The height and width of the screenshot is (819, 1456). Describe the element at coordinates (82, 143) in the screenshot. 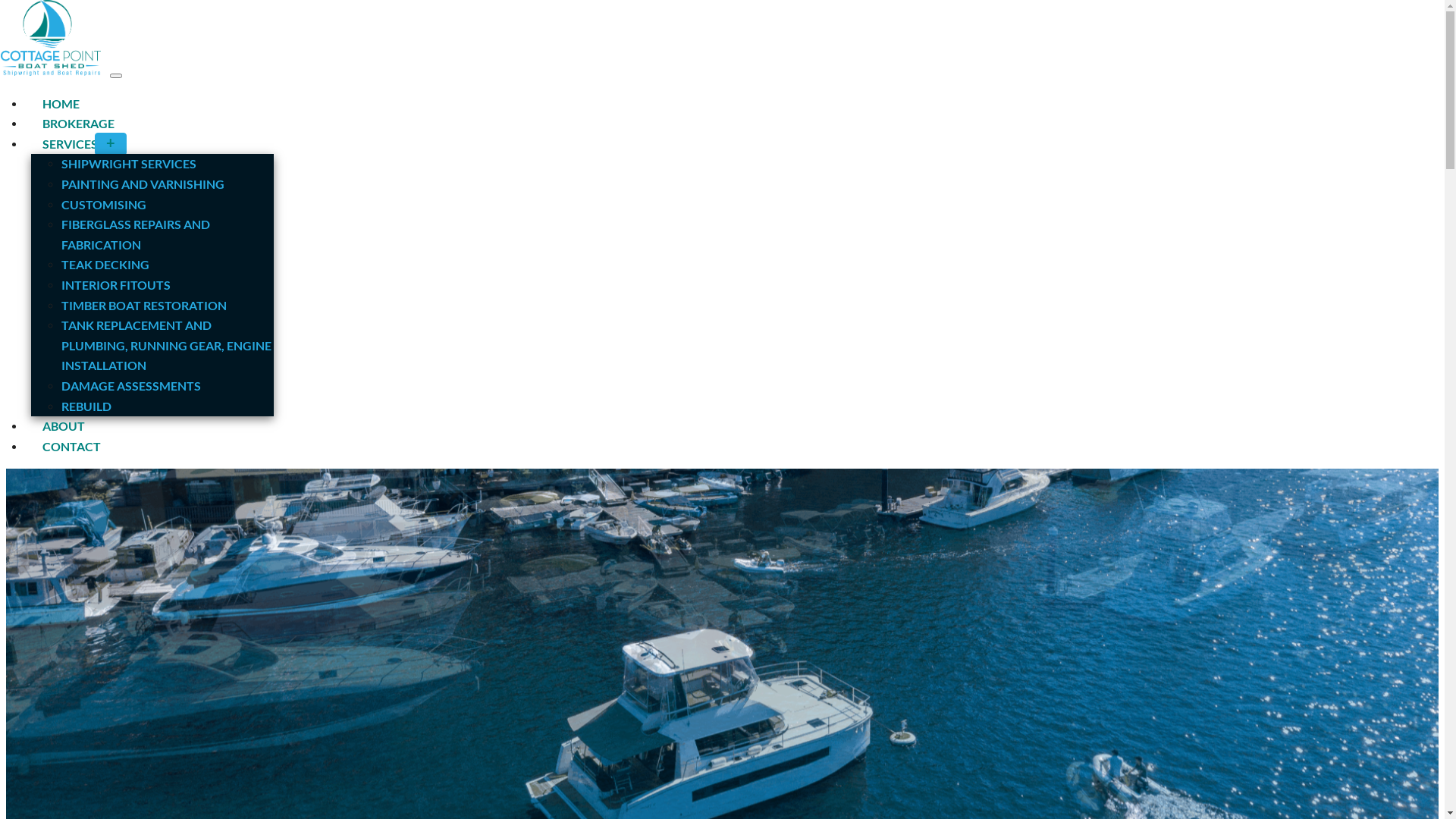

I see `'SERVICES'` at that location.